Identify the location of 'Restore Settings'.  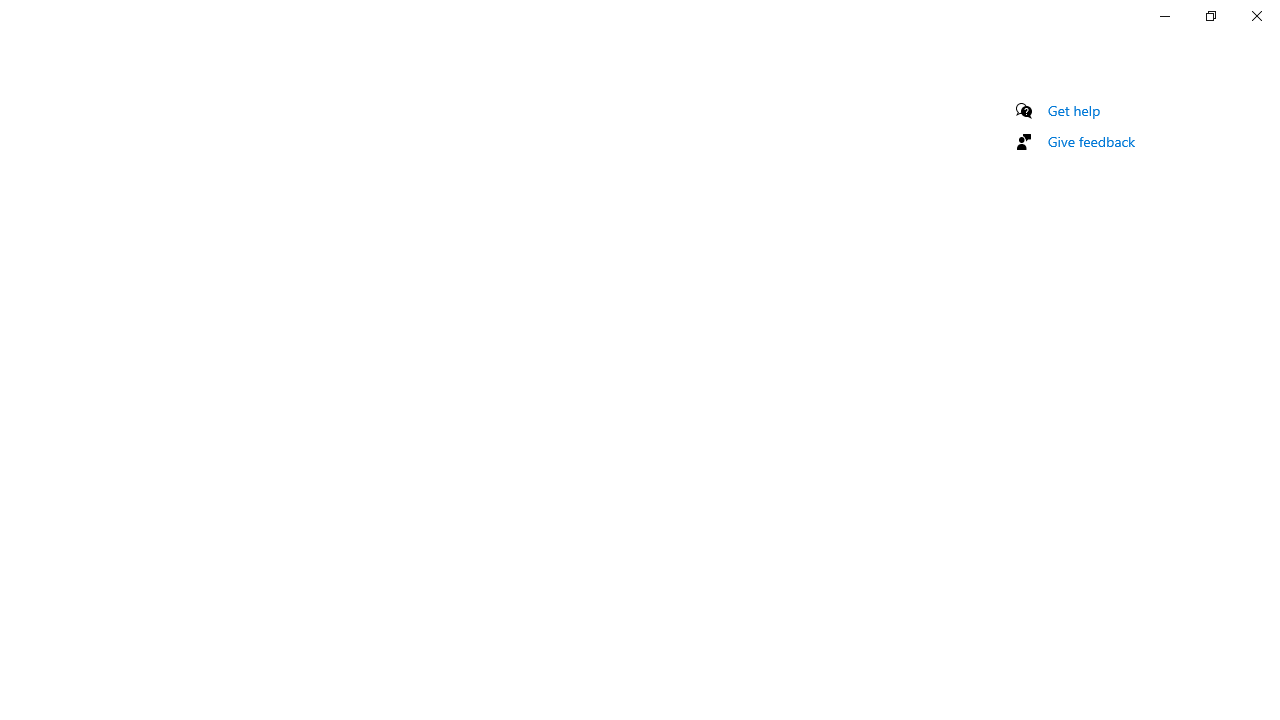
(1209, 15).